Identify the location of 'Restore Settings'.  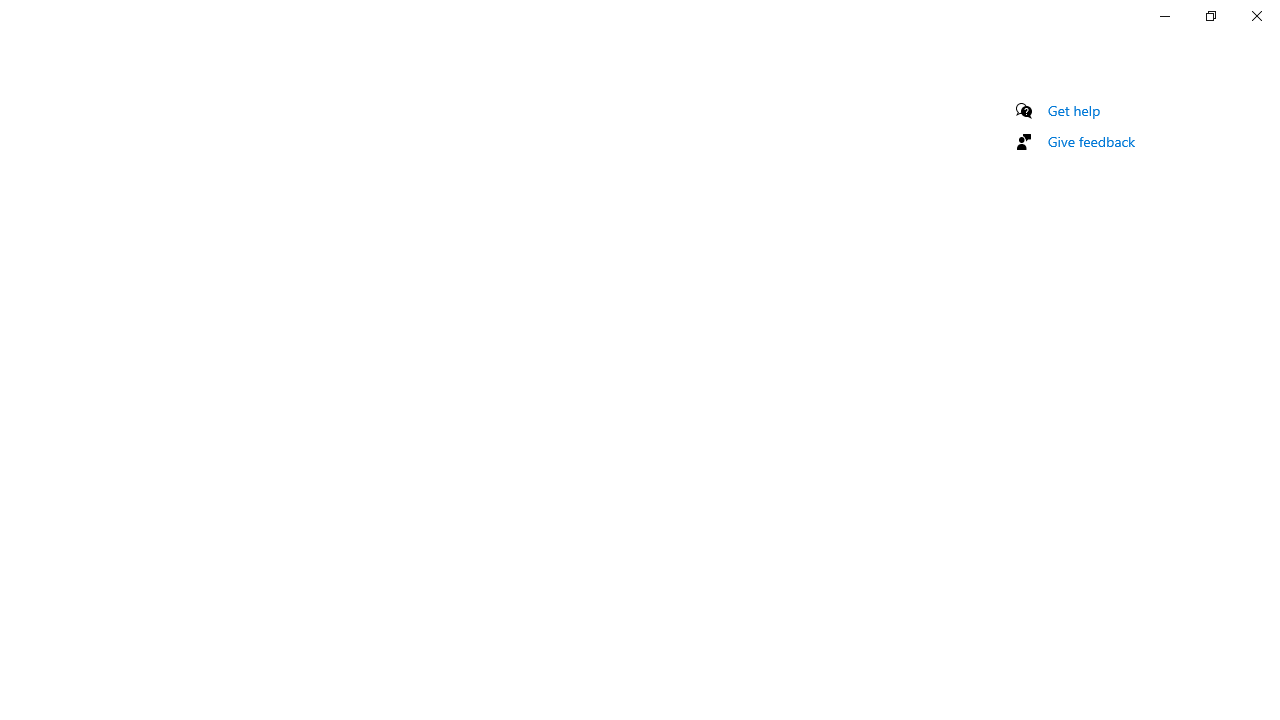
(1209, 15).